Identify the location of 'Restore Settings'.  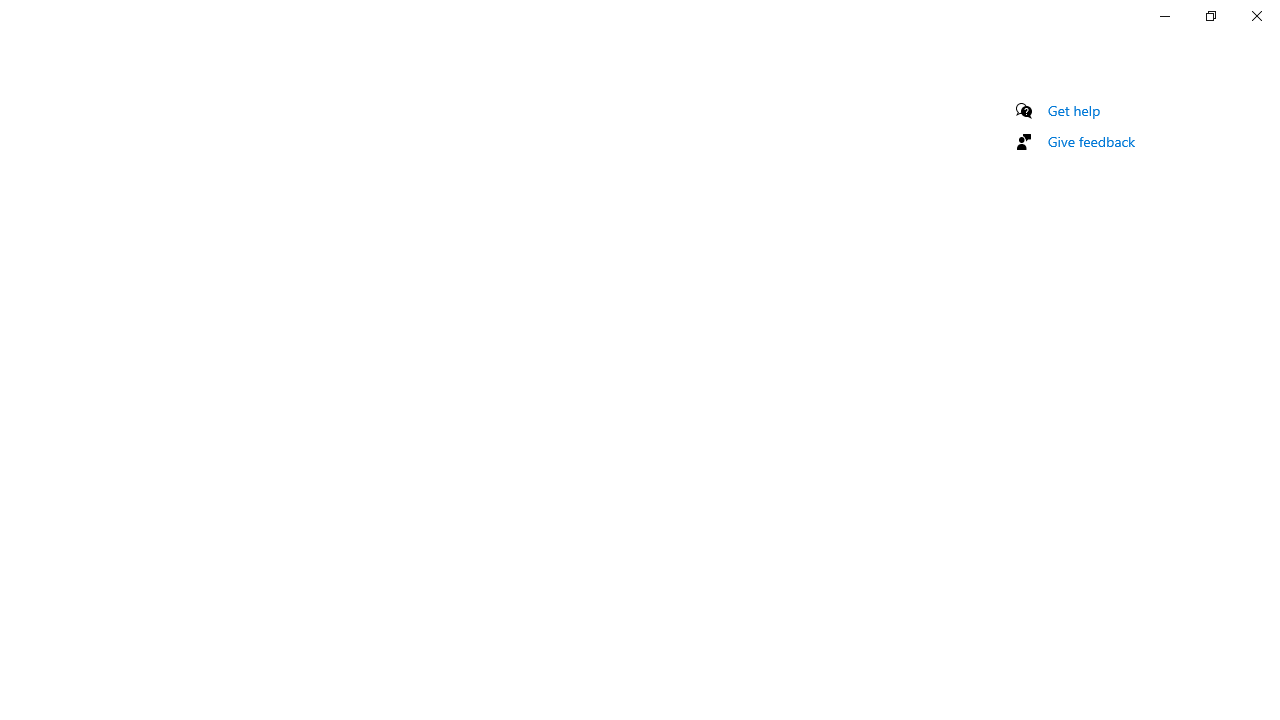
(1209, 15).